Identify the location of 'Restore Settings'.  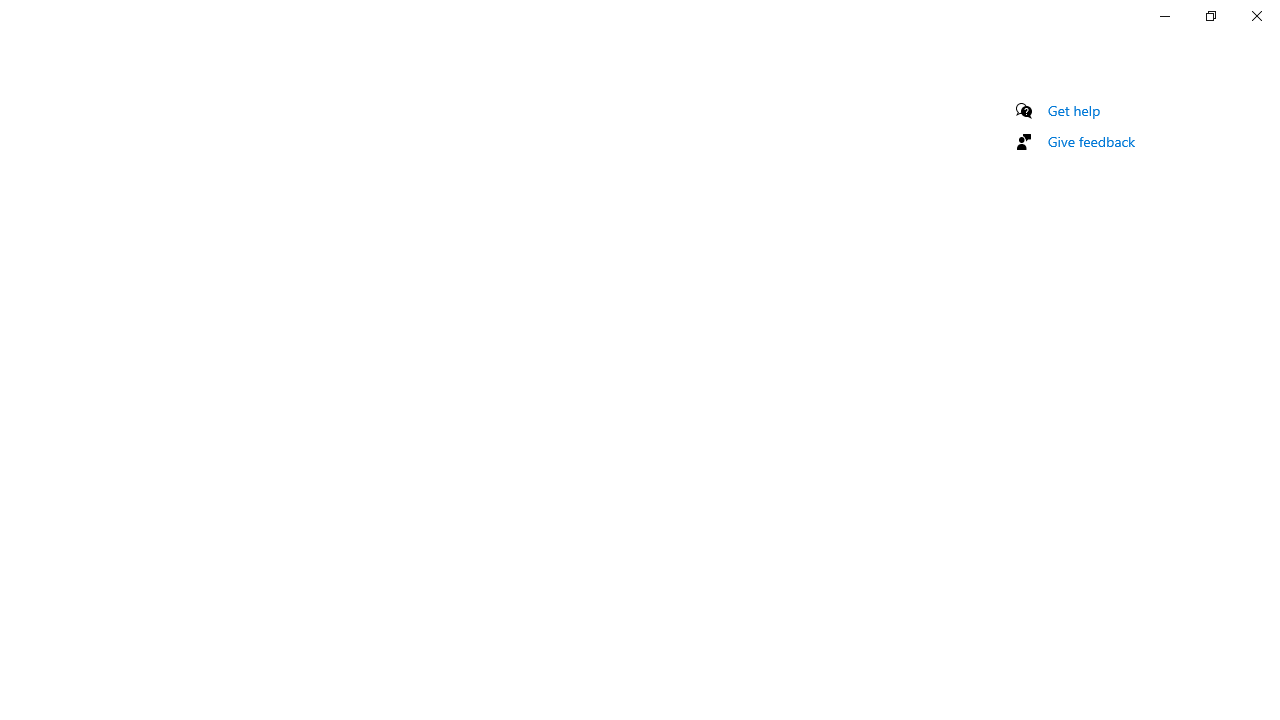
(1209, 15).